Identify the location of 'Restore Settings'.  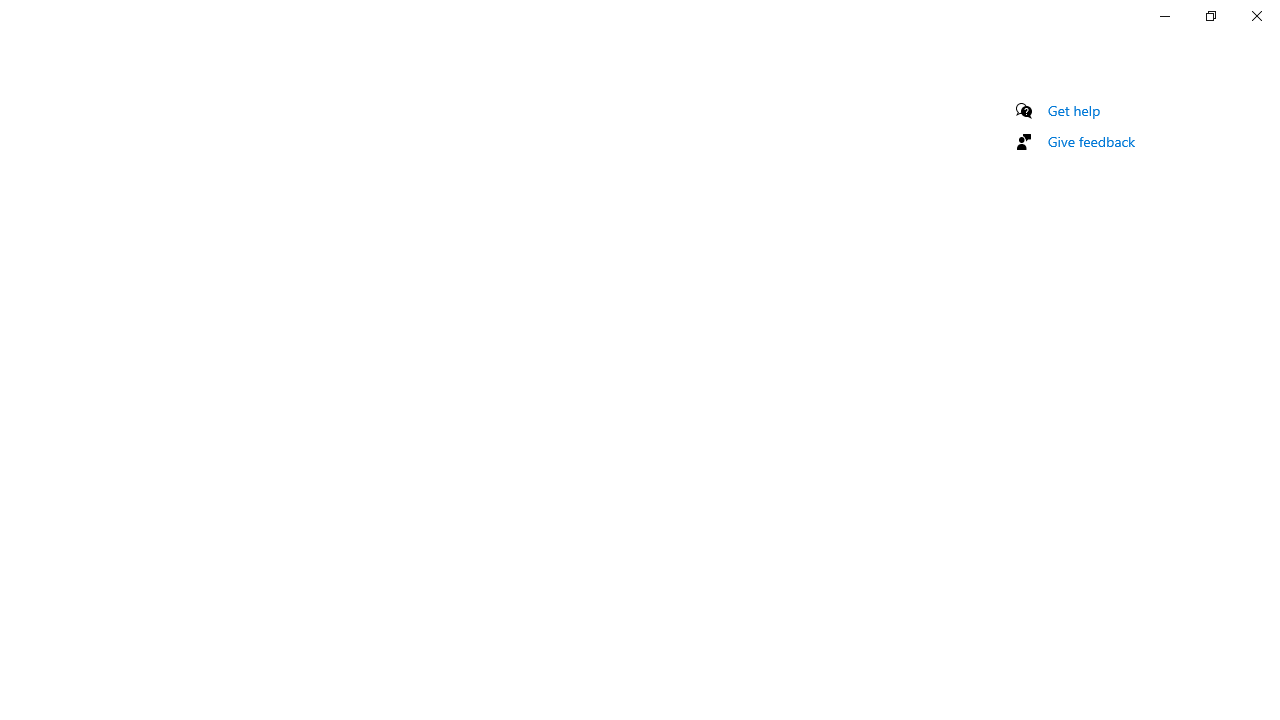
(1209, 15).